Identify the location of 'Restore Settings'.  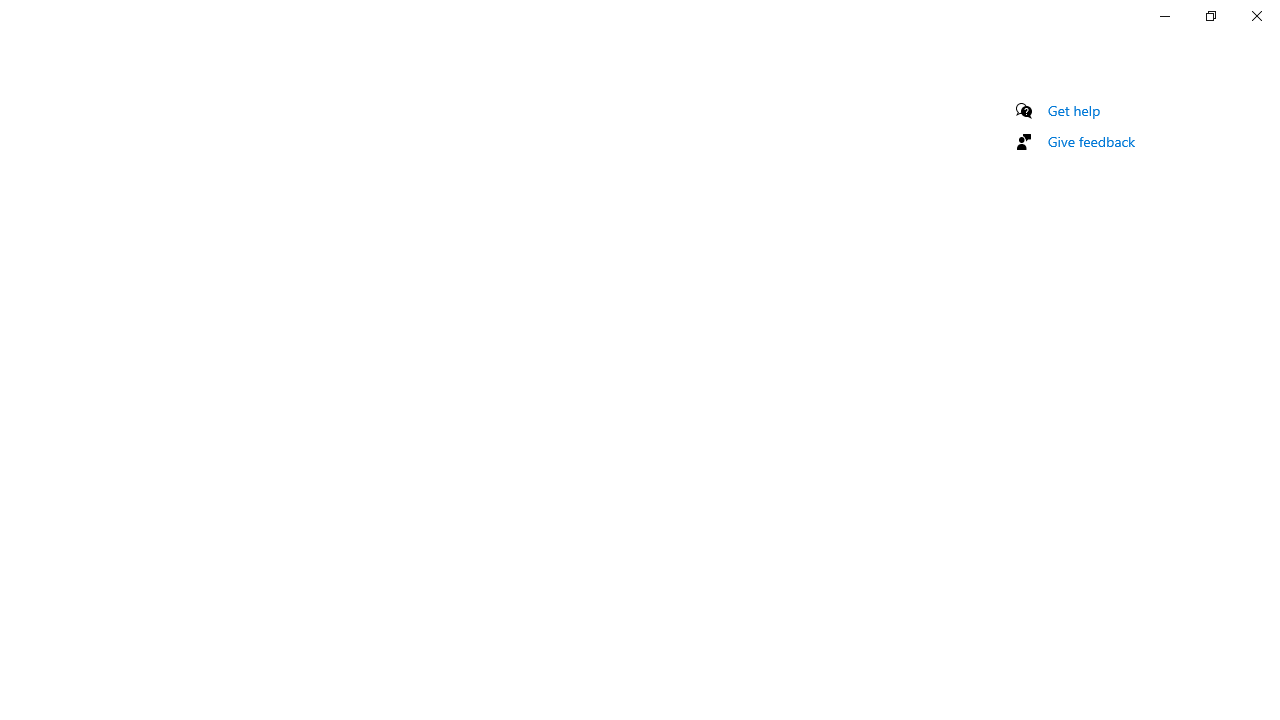
(1209, 15).